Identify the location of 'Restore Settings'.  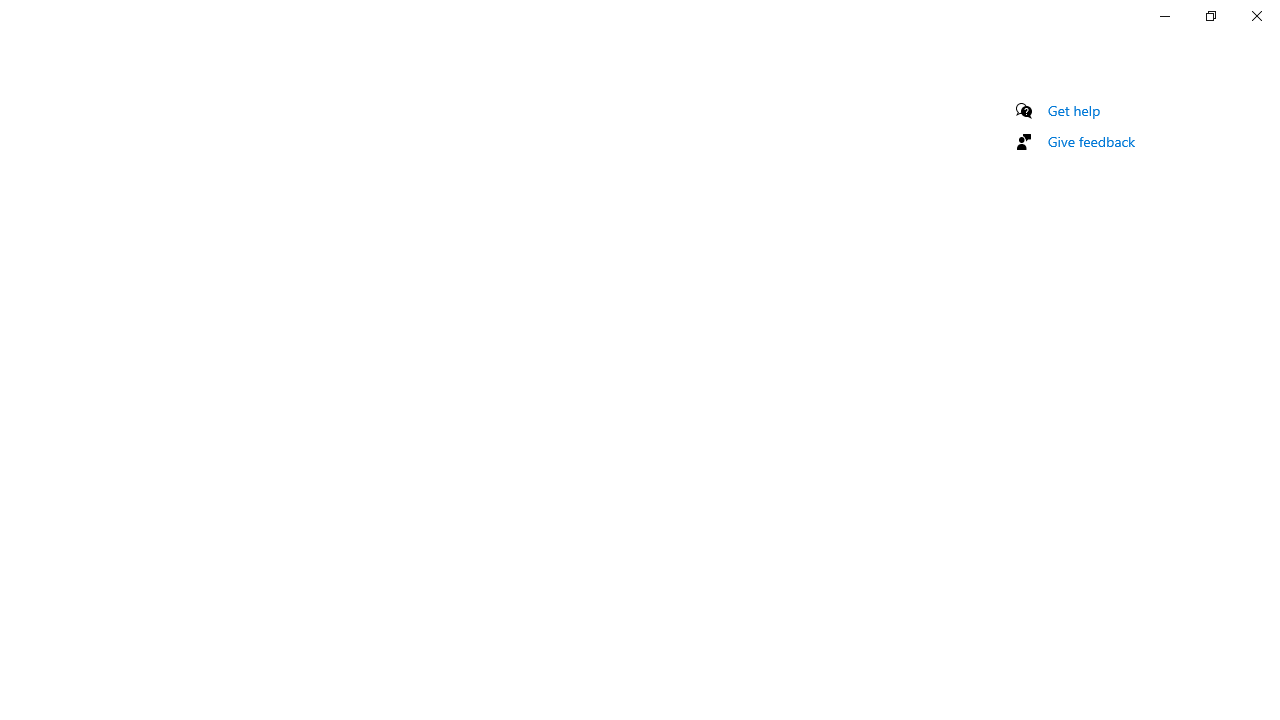
(1209, 15).